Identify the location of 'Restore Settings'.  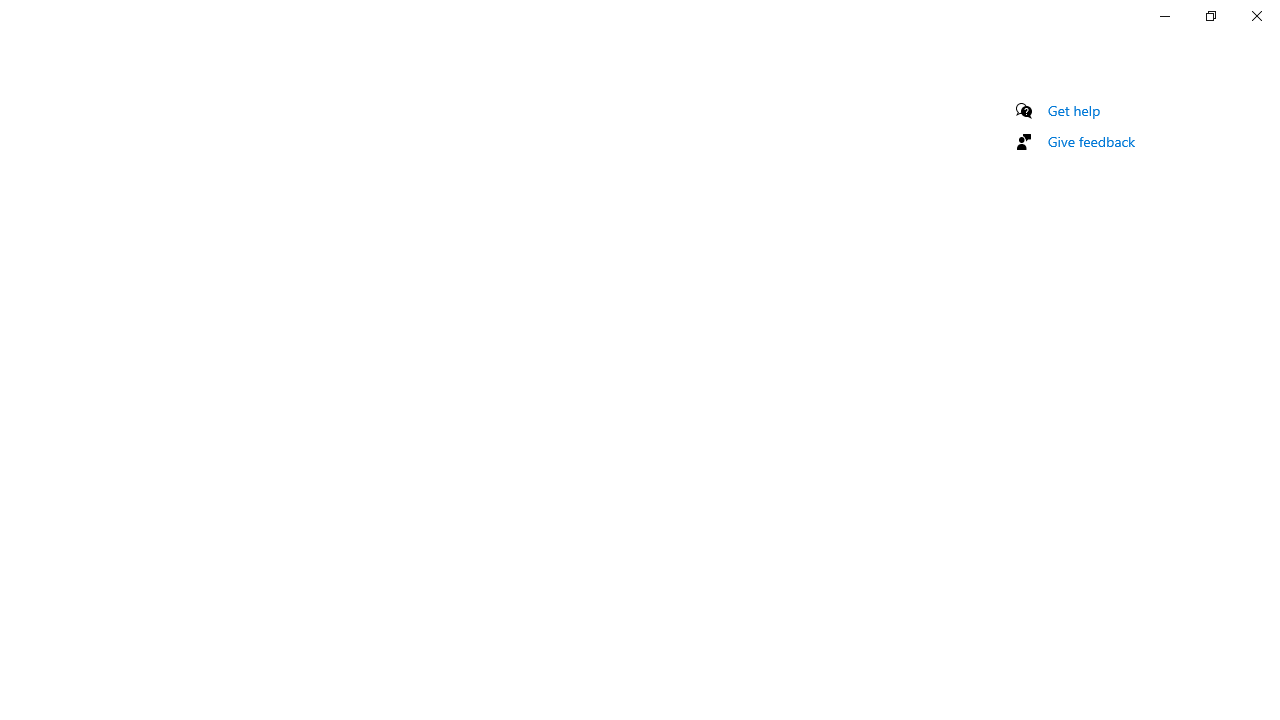
(1209, 15).